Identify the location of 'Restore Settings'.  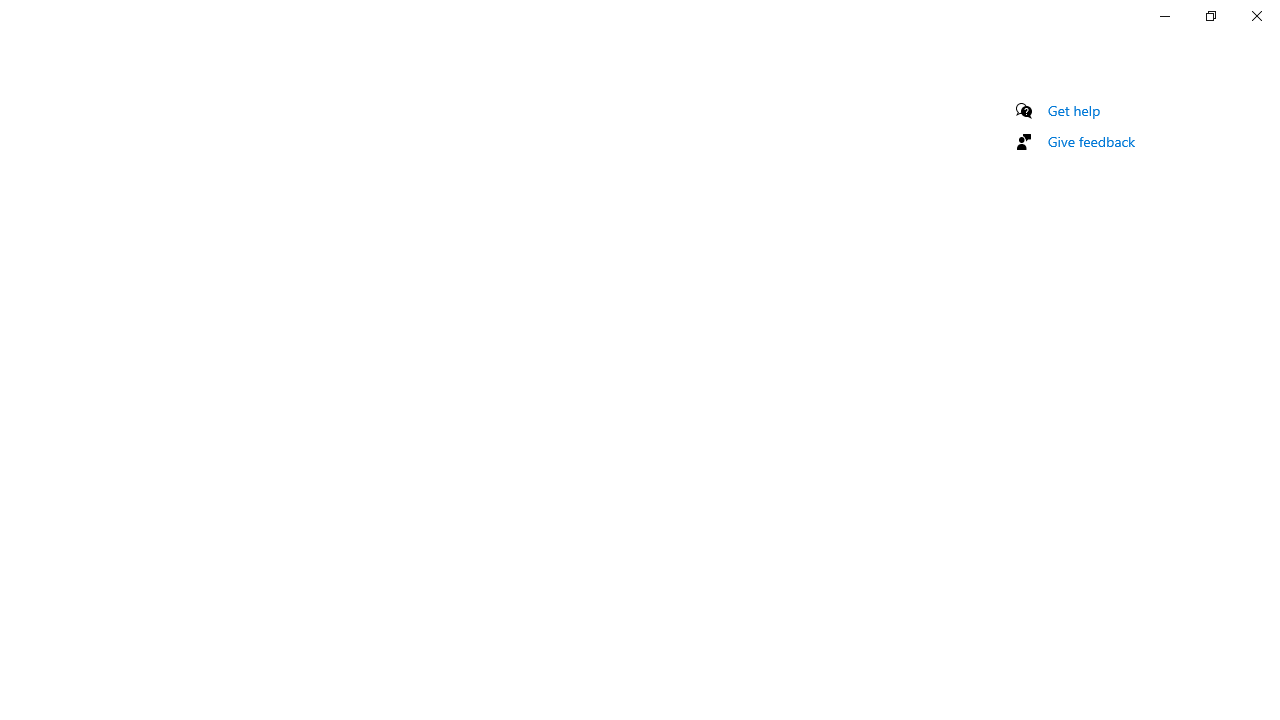
(1209, 15).